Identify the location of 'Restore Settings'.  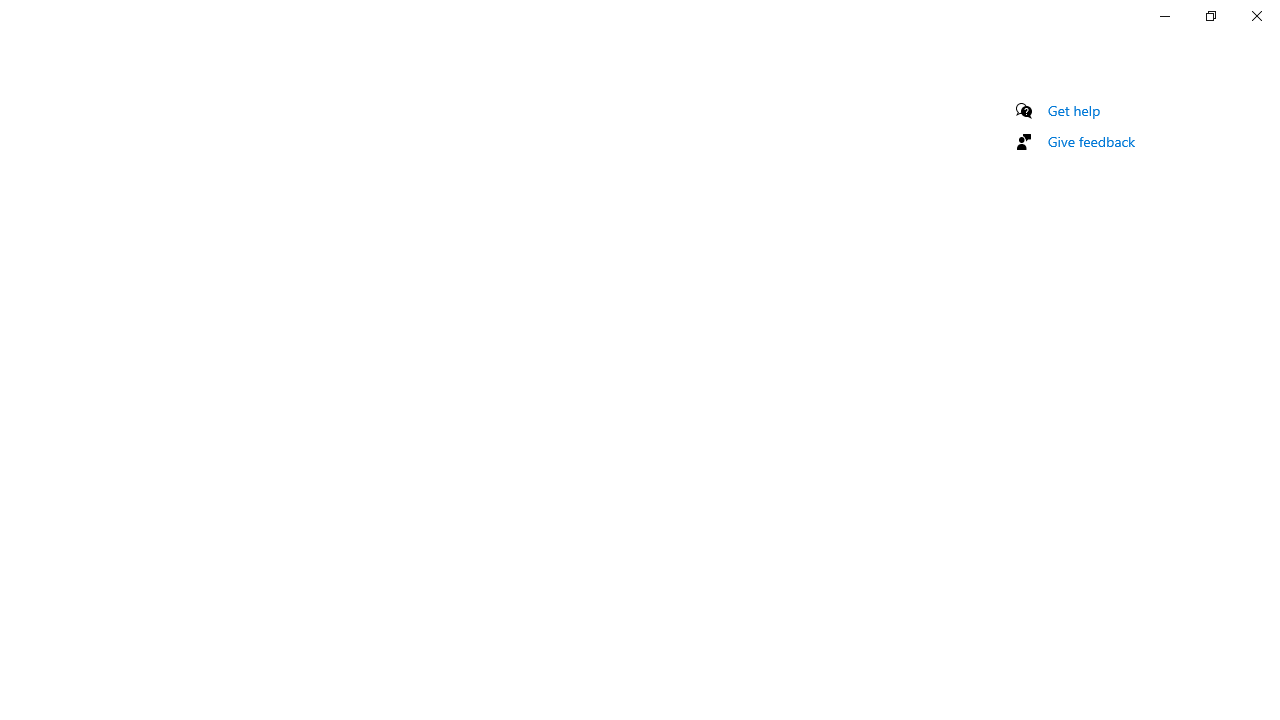
(1209, 15).